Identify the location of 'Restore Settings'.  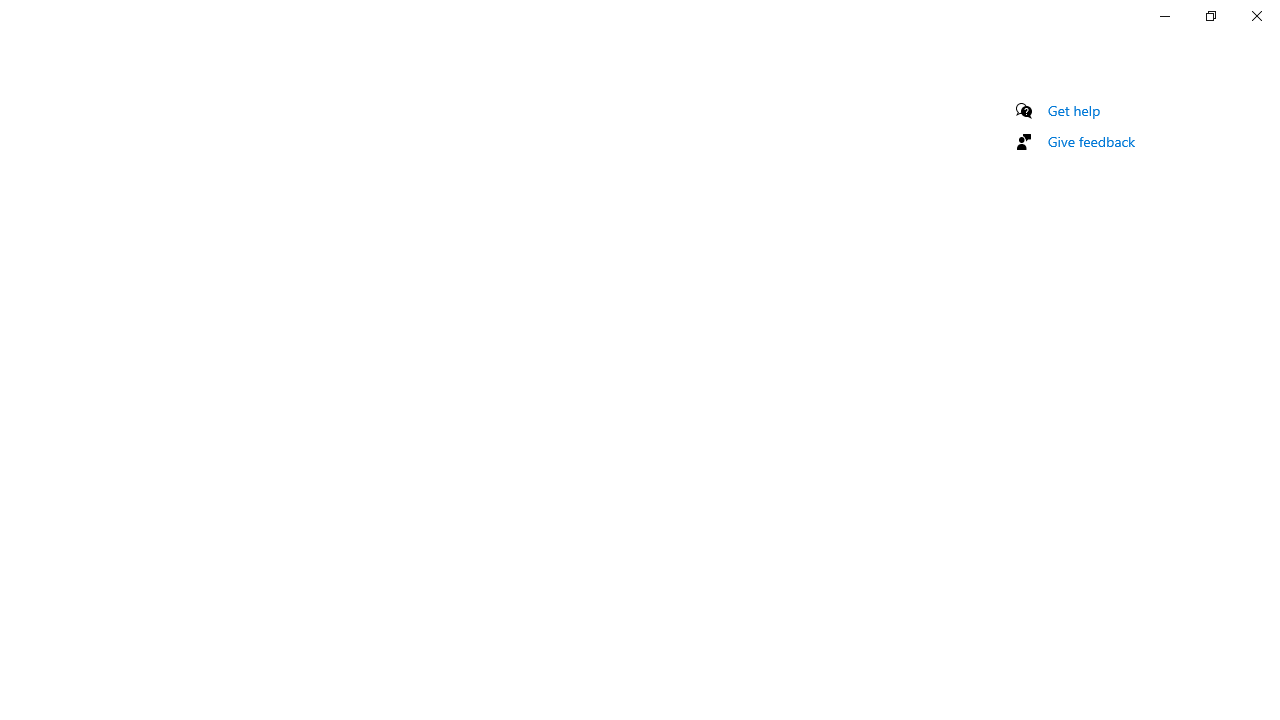
(1209, 15).